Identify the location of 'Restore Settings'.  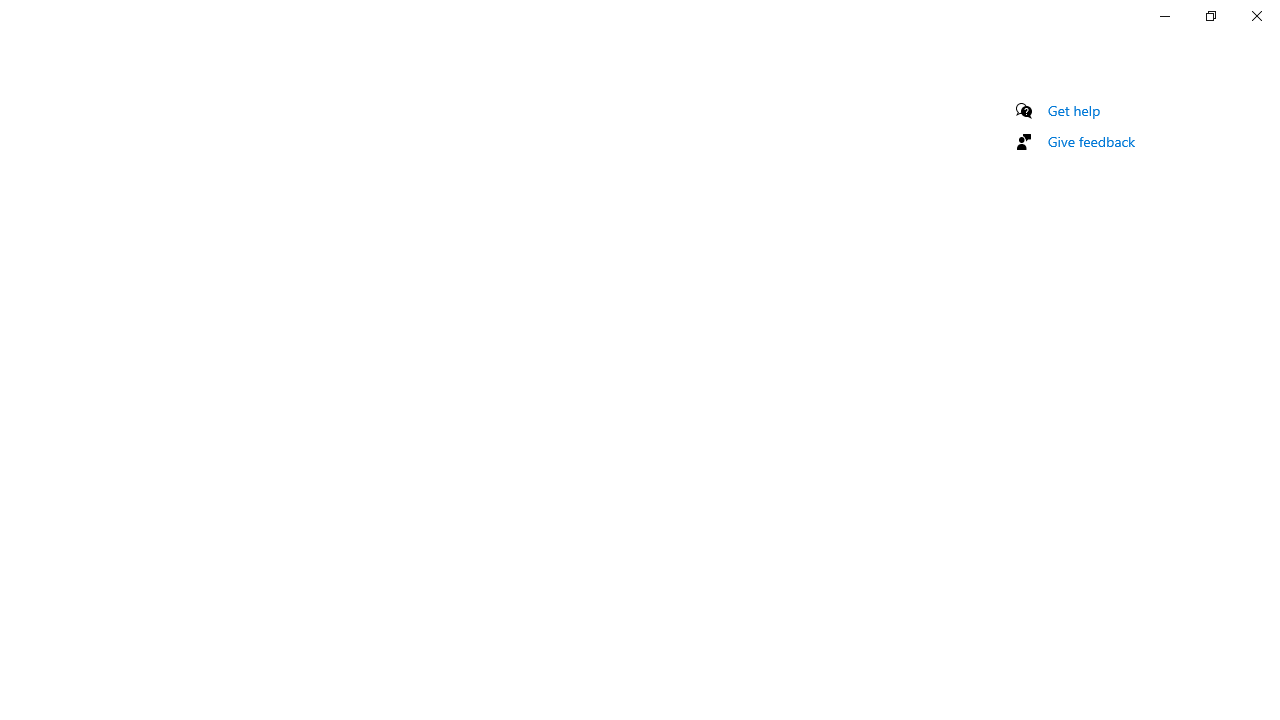
(1209, 15).